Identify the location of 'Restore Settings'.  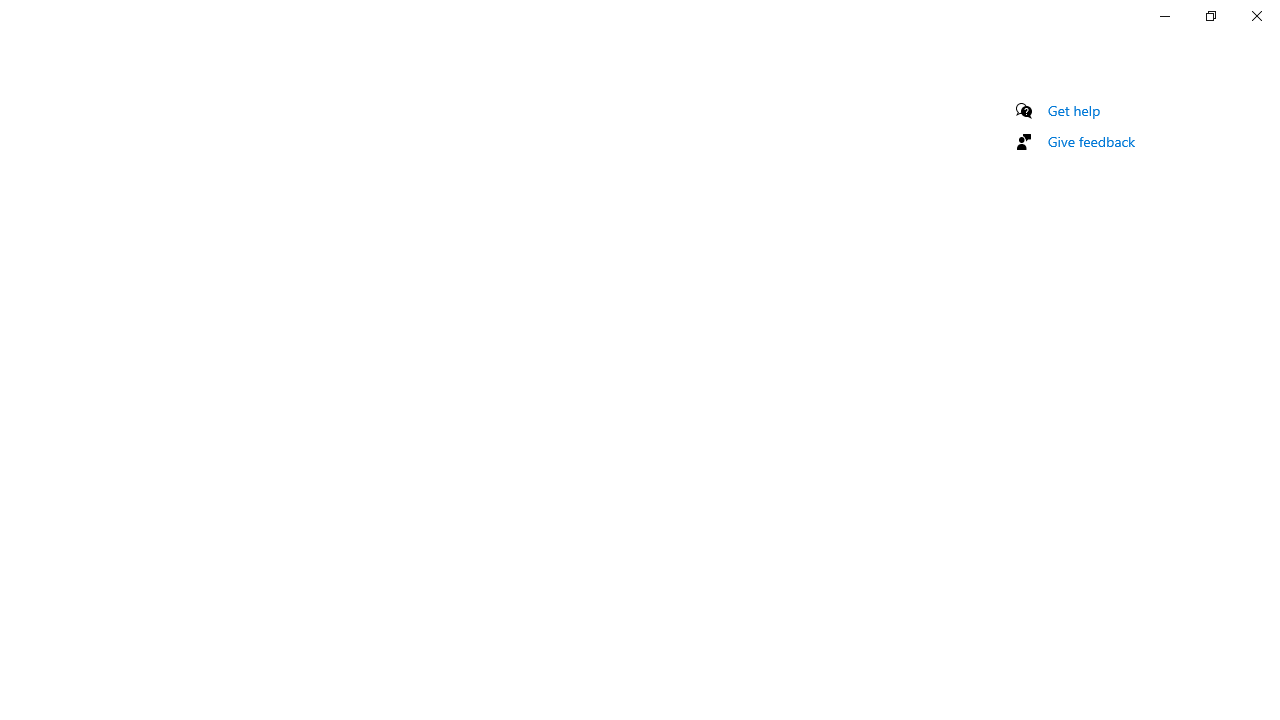
(1209, 15).